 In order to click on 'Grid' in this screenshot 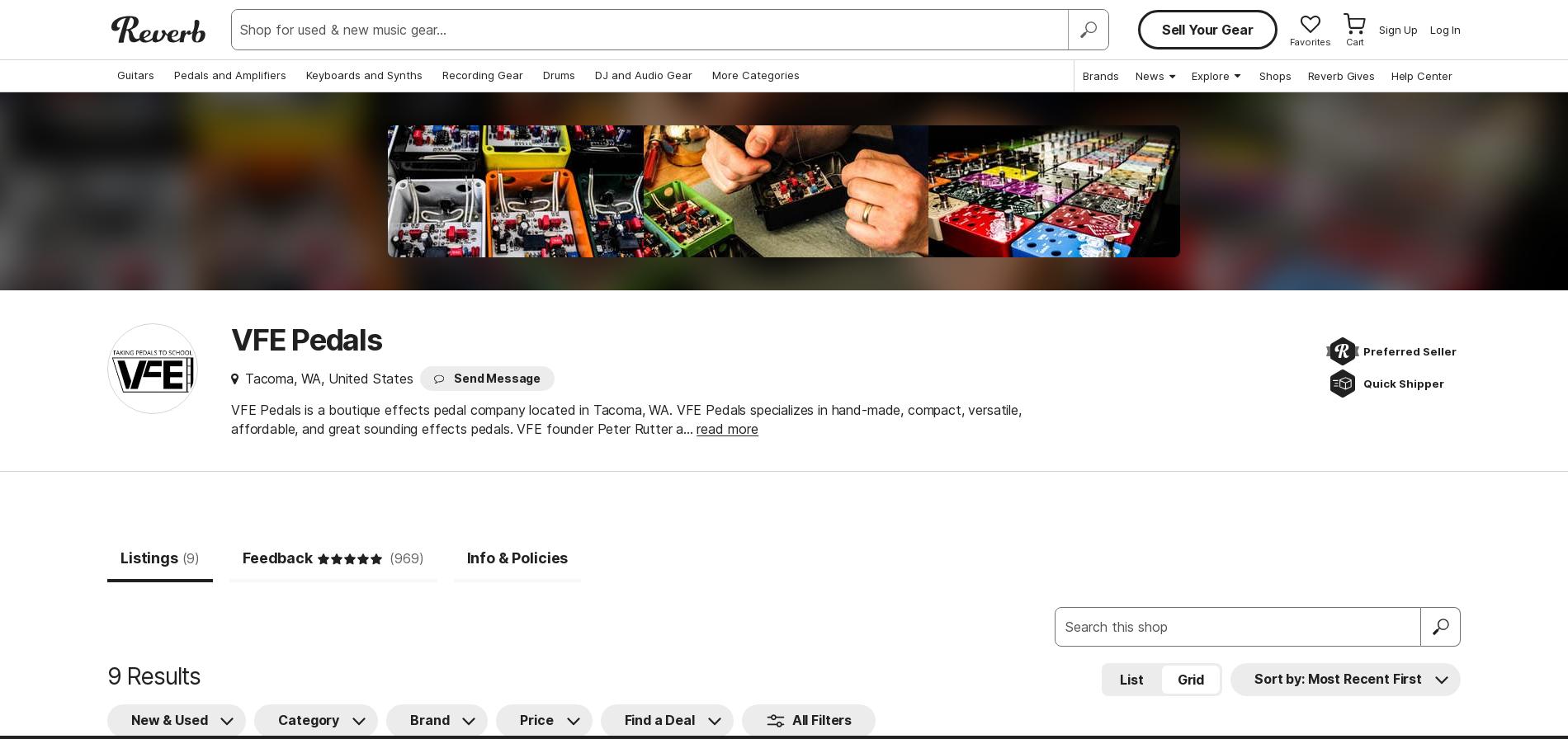, I will do `click(1176, 678)`.